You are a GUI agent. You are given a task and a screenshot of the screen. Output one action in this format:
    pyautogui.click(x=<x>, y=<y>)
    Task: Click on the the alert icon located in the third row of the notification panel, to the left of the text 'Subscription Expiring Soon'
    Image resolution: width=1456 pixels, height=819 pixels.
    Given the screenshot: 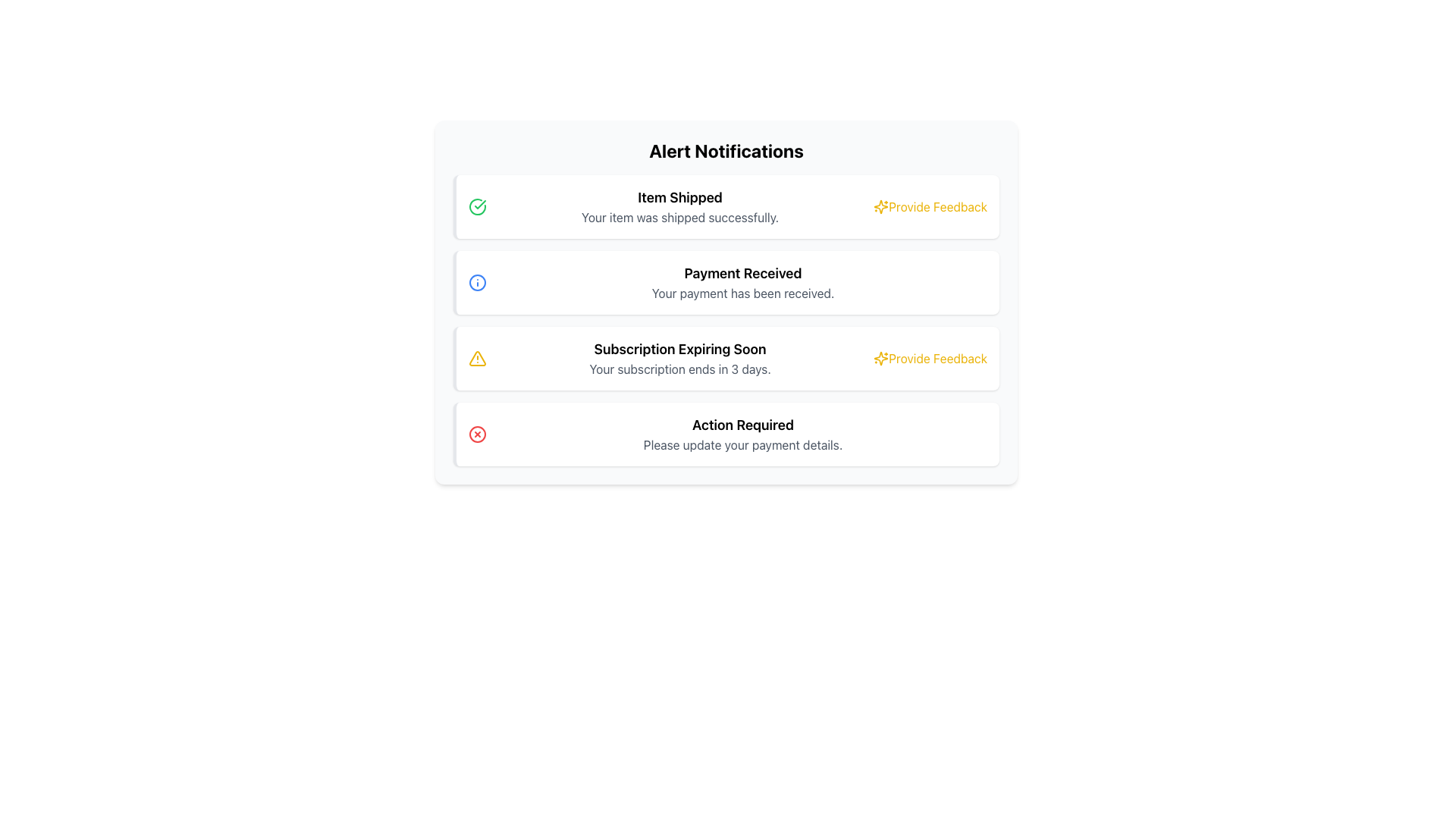 What is the action you would take?
    pyautogui.click(x=476, y=359)
    